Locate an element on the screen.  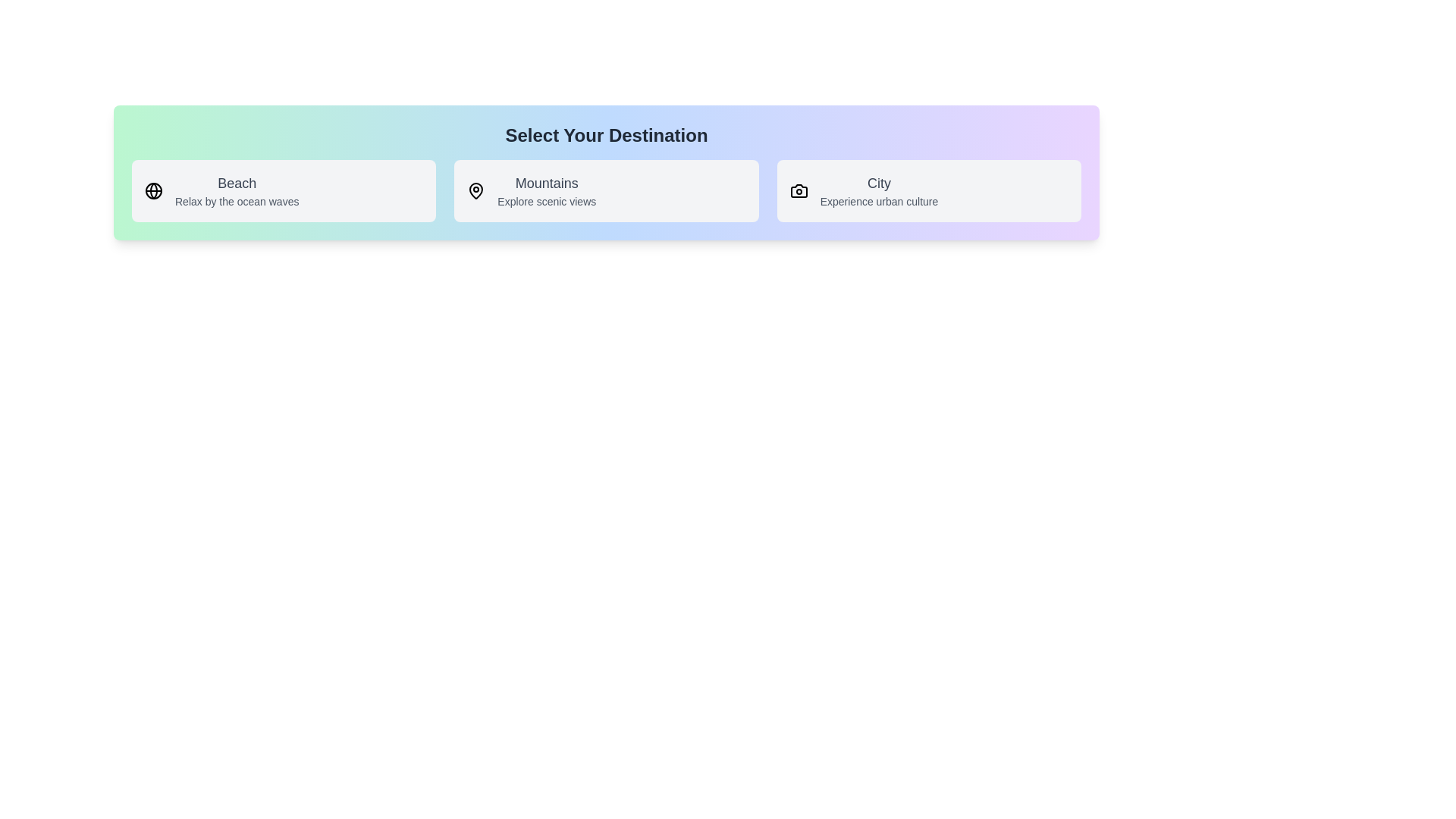
the Text Display element that features 'City' in a larger, bold font and 'Experience urban culture' in a smaller font, located in the rightmost card of a three-card layout is located at coordinates (879, 190).